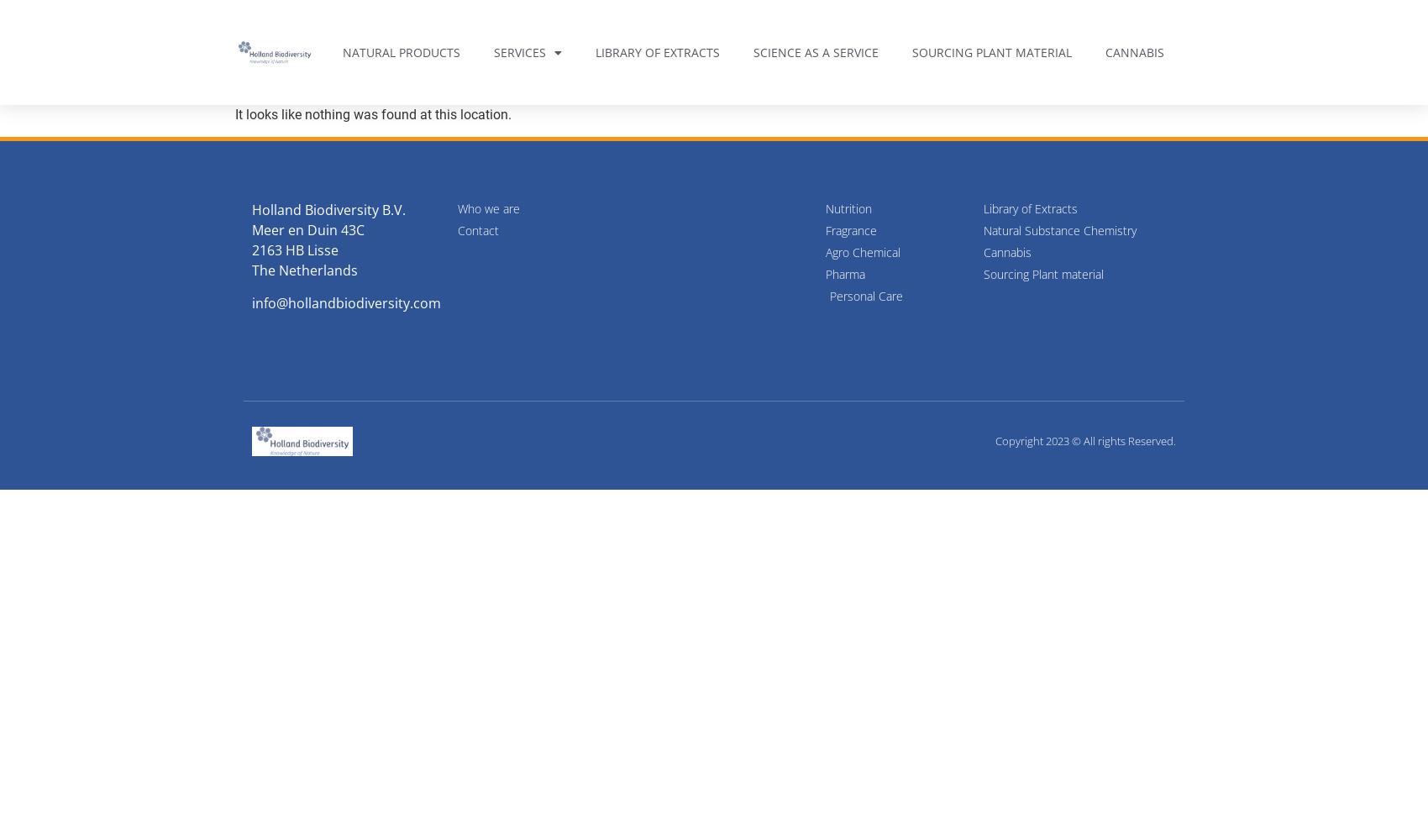 The height and width of the screenshot is (840, 1428). Describe the element at coordinates (488, 207) in the screenshot. I see `'Who we are'` at that location.